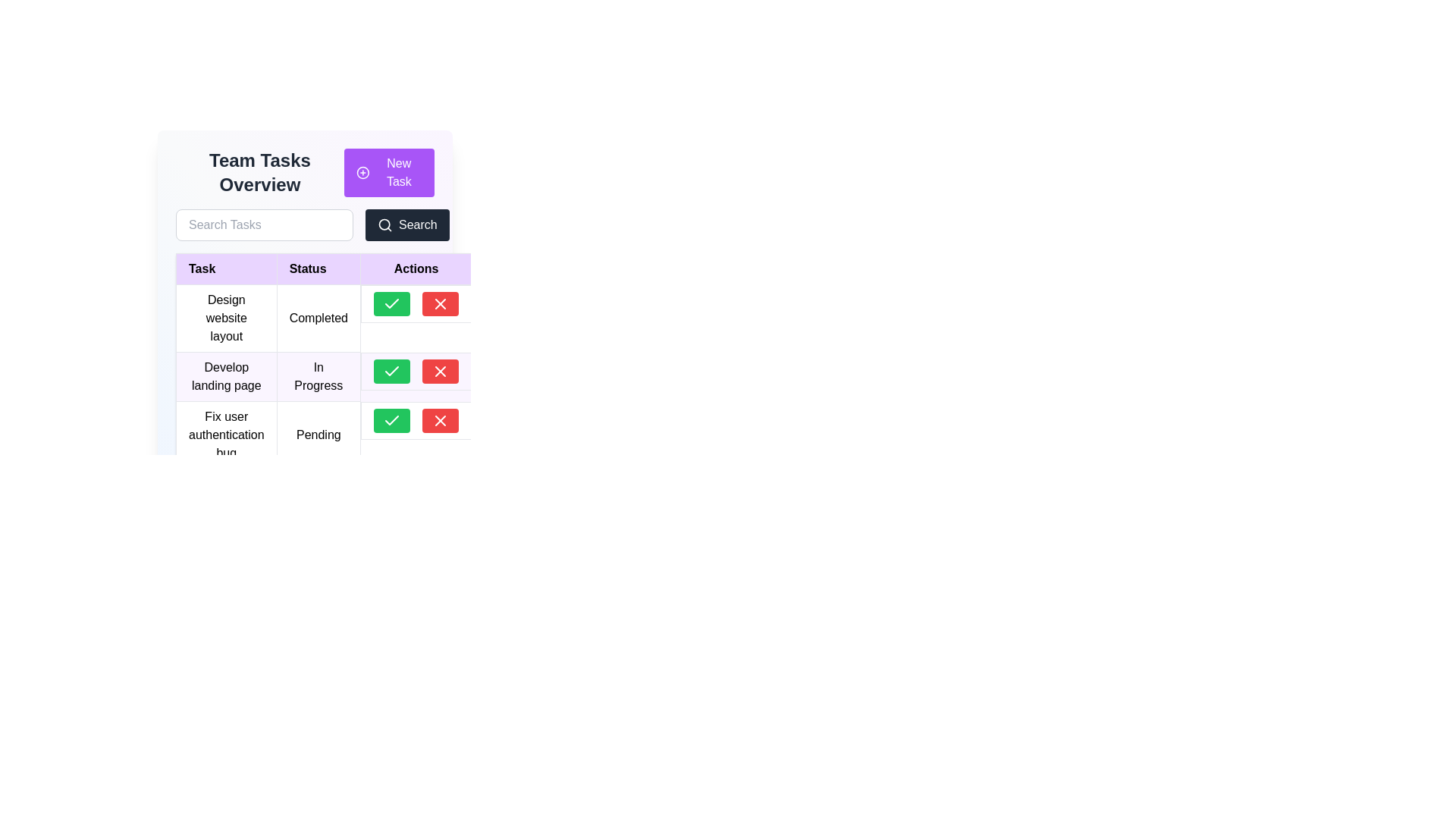 Image resolution: width=1456 pixels, height=819 pixels. What do you see at coordinates (392, 304) in the screenshot?
I see `the button in the 'Actions' column to mark the task 'Design website layout' as completed` at bounding box center [392, 304].